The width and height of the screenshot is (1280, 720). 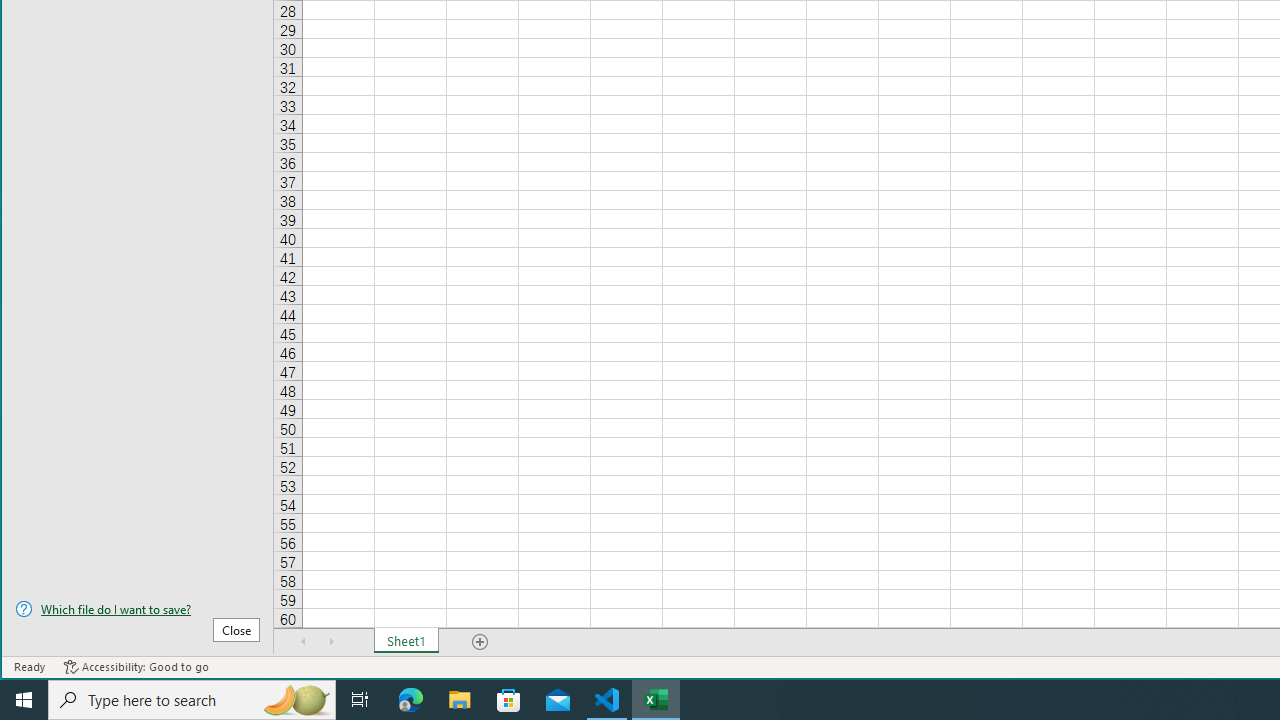 What do you see at coordinates (192, 698) in the screenshot?
I see `'Type here to search'` at bounding box center [192, 698].